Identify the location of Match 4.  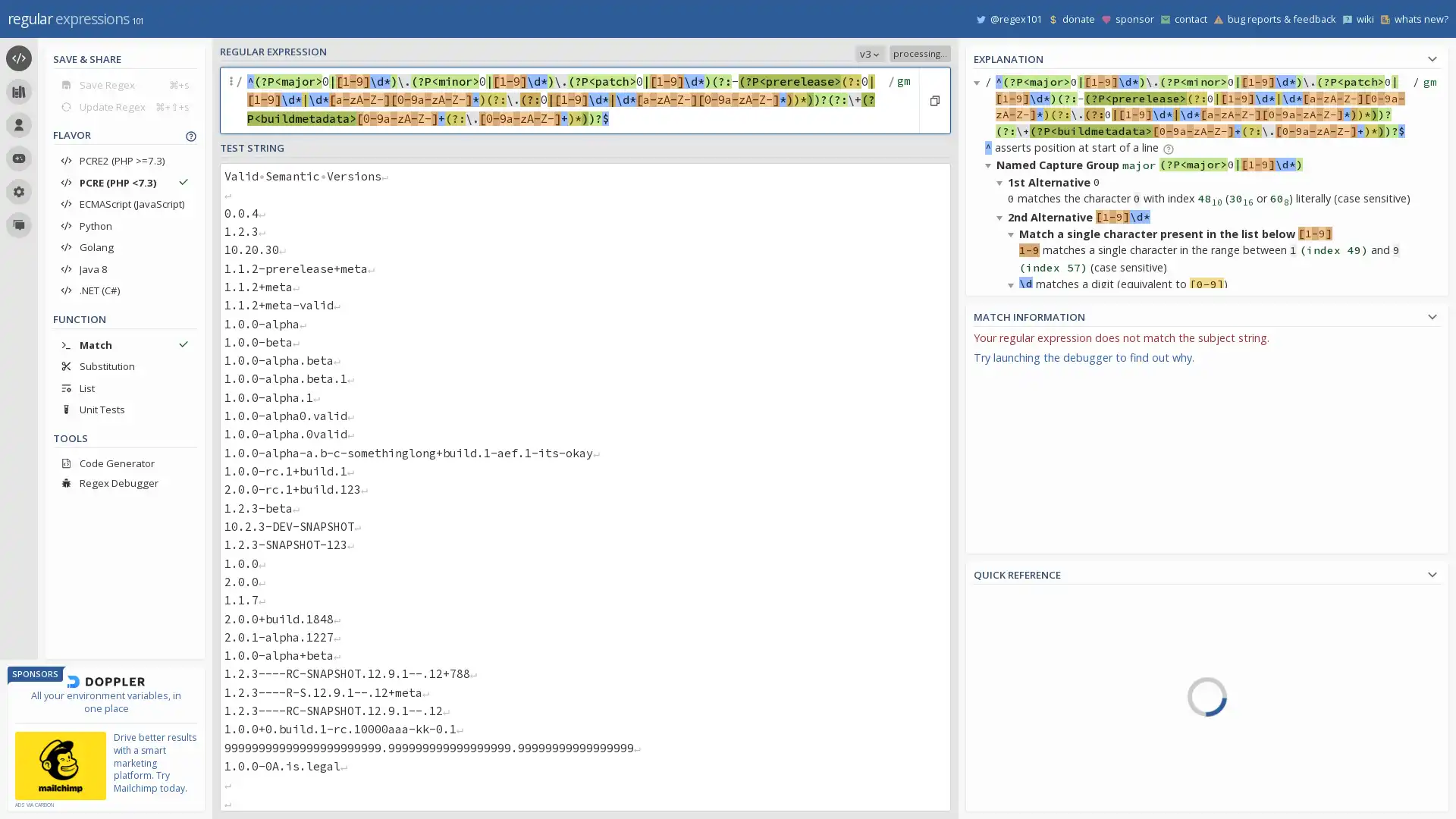
(1040, 720).